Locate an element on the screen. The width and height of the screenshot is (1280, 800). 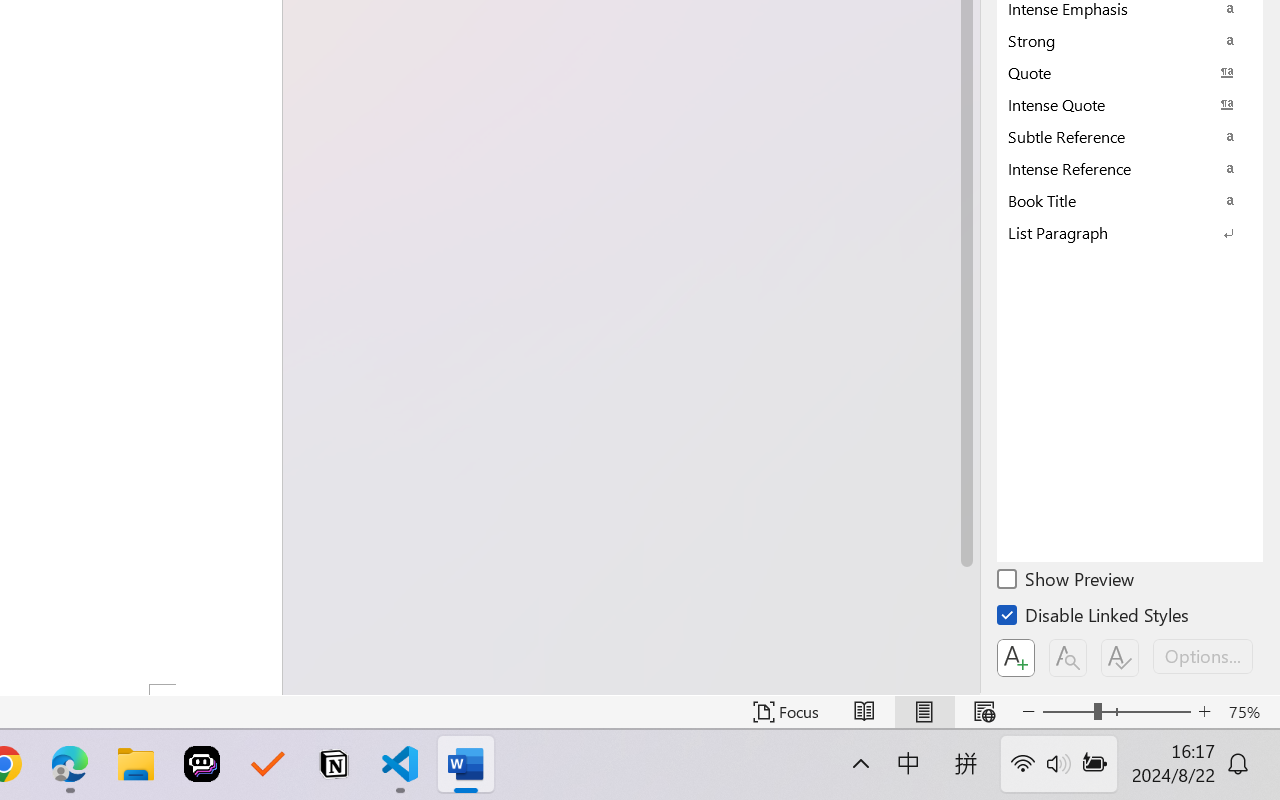
'Subtle Reference' is located at coordinates (1130, 136).